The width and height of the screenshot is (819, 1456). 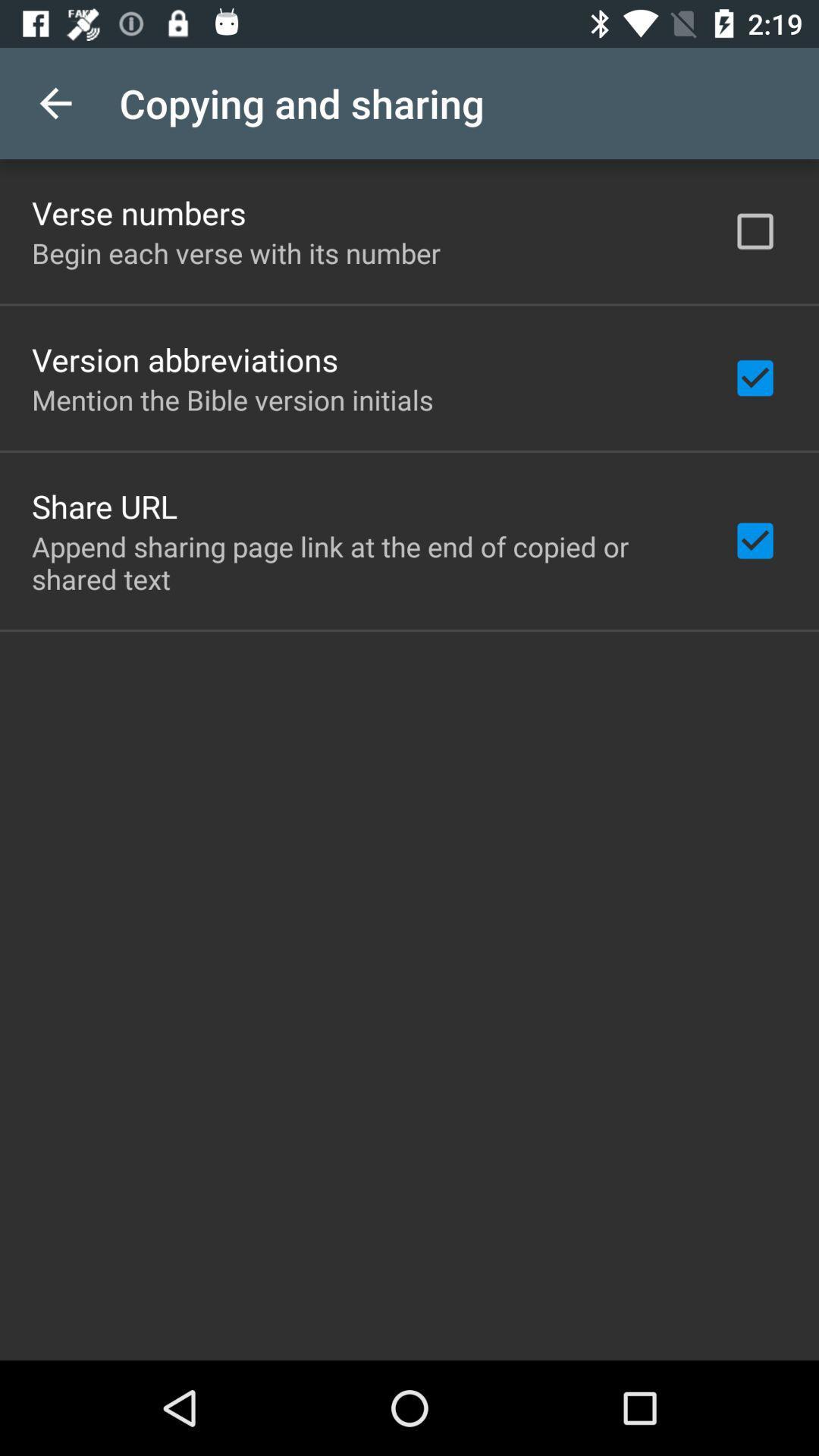 What do you see at coordinates (104, 506) in the screenshot?
I see `share url icon` at bounding box center [104, 506].